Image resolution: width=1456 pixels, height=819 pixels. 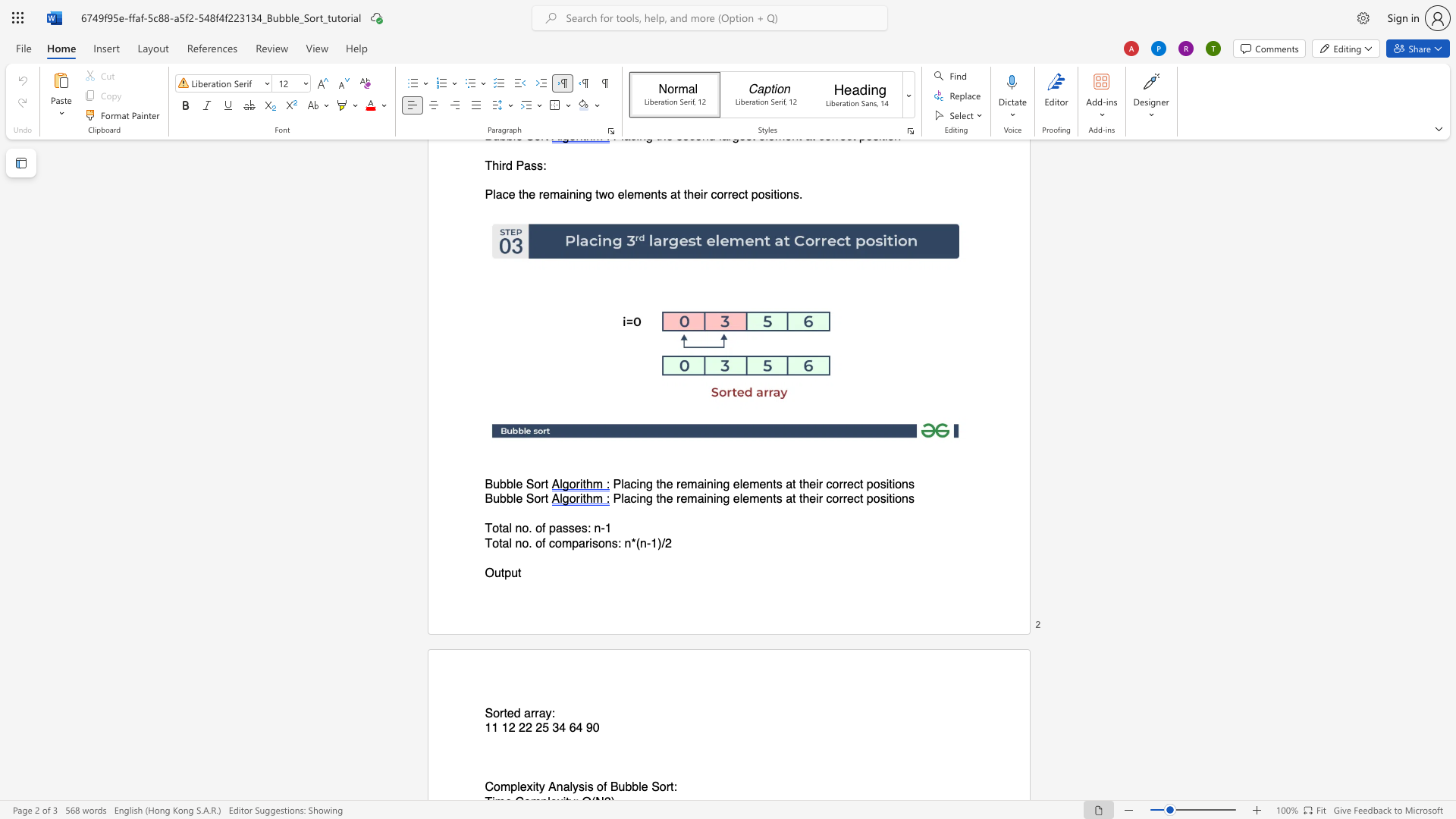 I want to click on the 1th character "-" in the text, so click(x=602, y=528).